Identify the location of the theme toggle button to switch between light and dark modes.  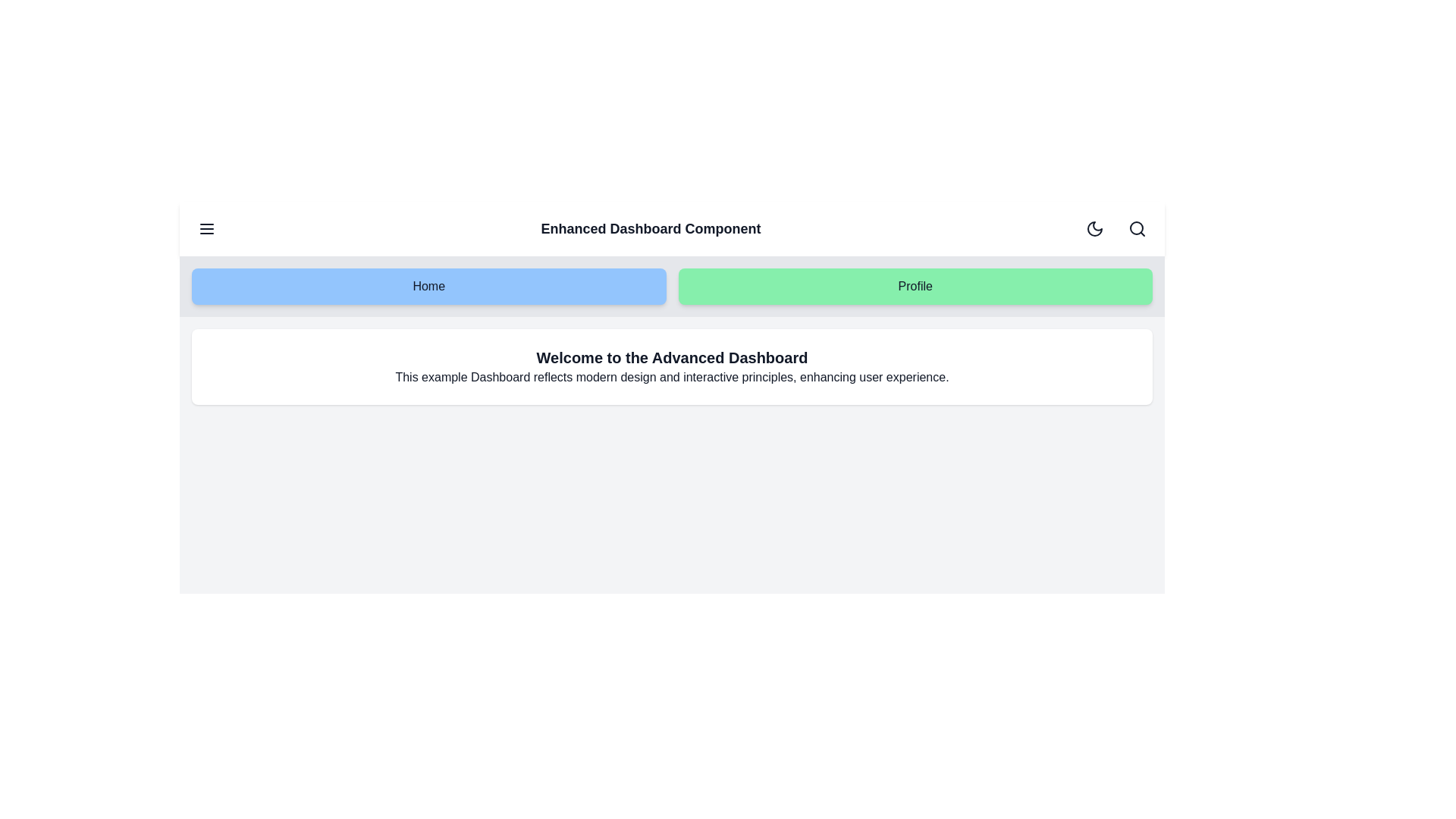
(1095, 228).